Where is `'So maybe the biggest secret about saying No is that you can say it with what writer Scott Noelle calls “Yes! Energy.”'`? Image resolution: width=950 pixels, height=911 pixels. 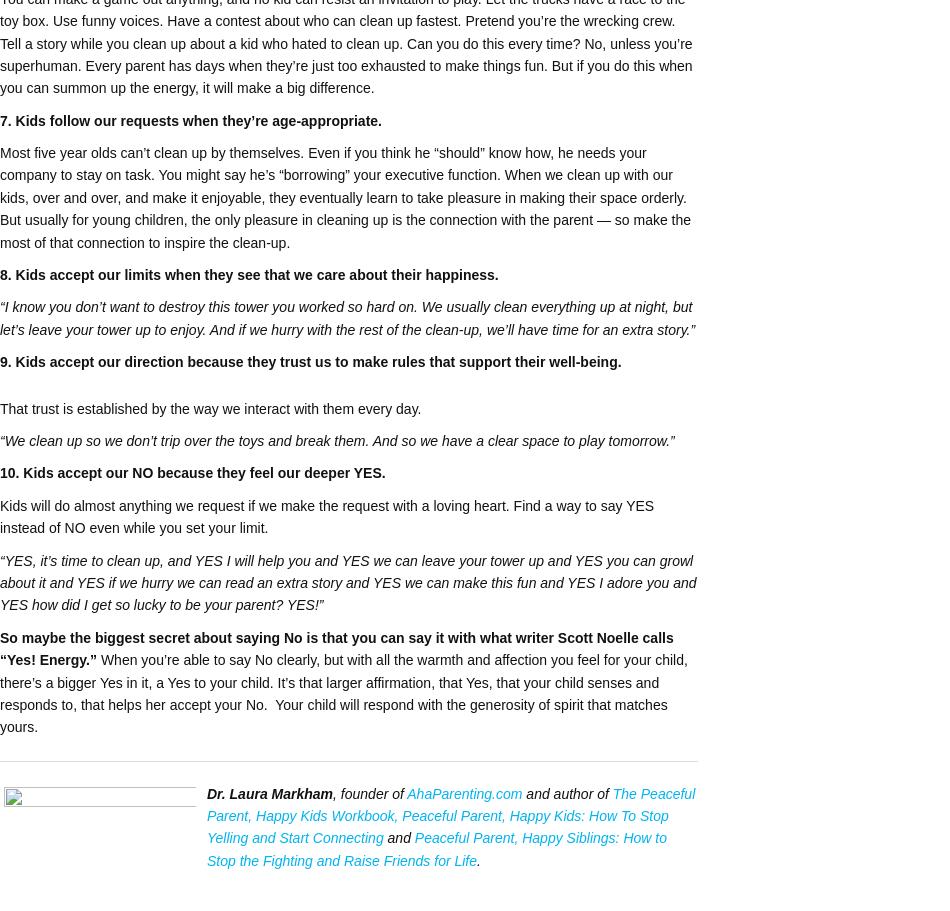
'So maybe the biggest secret about saying No is that you can say it with what writer Scott Noelle calls “Yes! Energy.”' is located at coordinates (335, 648).